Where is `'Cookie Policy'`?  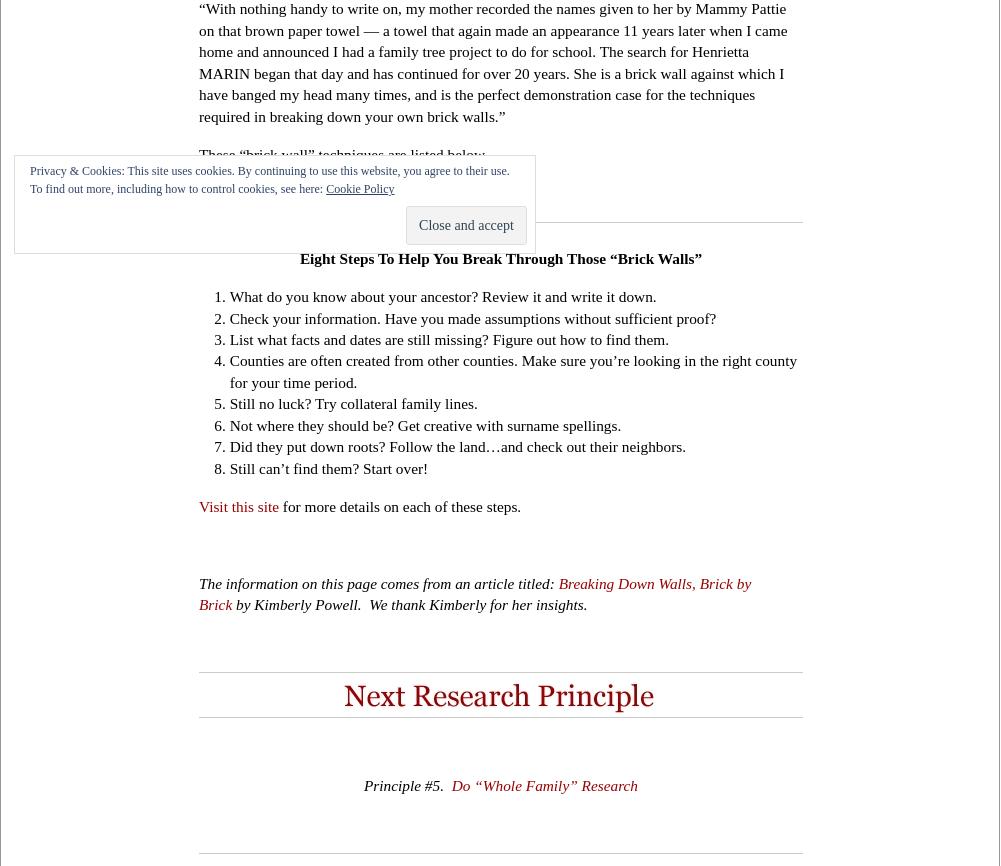
'Cookie Policy' is located at coordinates (358, 188).